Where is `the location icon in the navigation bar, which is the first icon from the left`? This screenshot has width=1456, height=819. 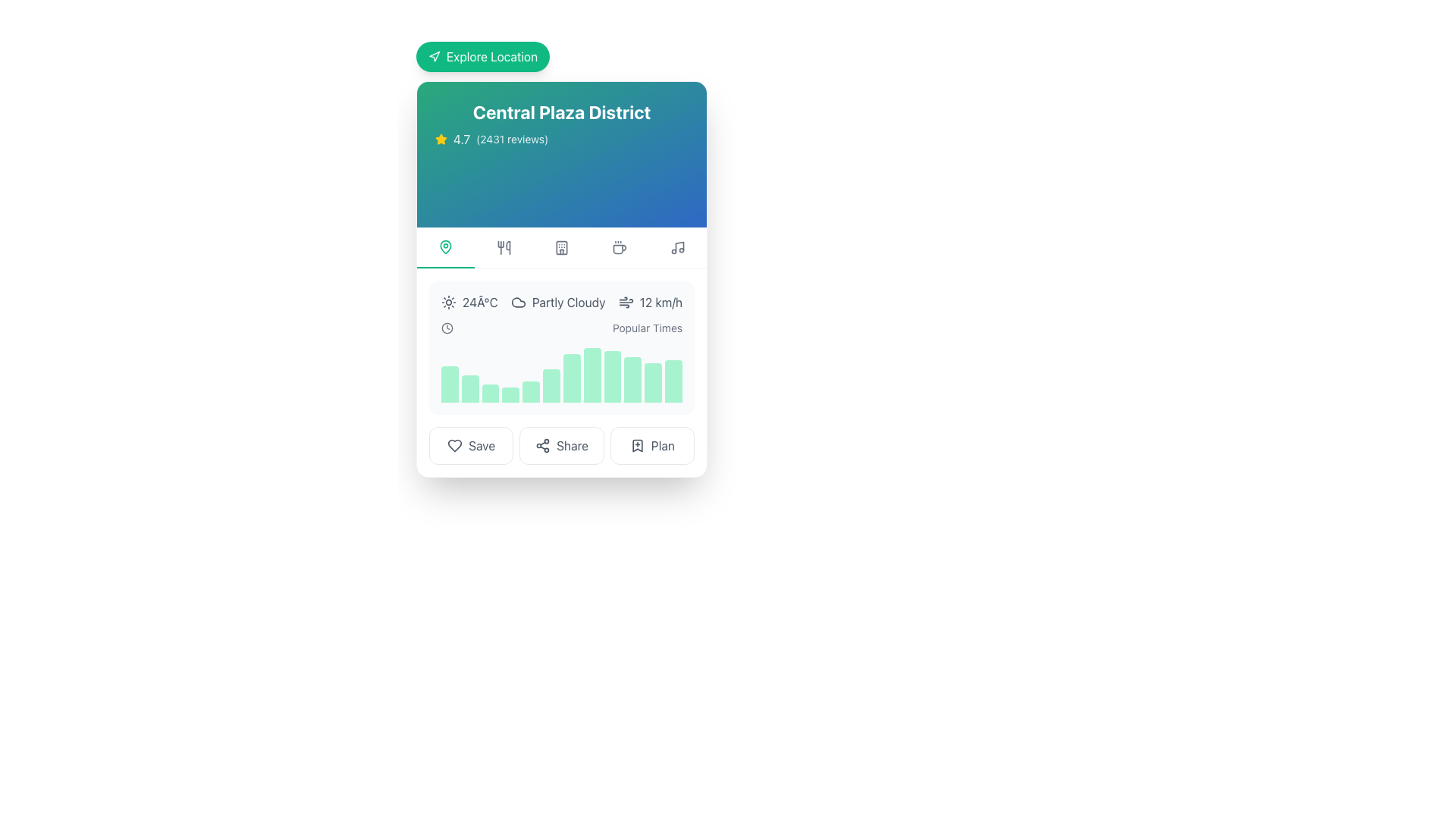
the location icon in the navigation bar, which is the first icon from the left is located at coordinates (445, 246).